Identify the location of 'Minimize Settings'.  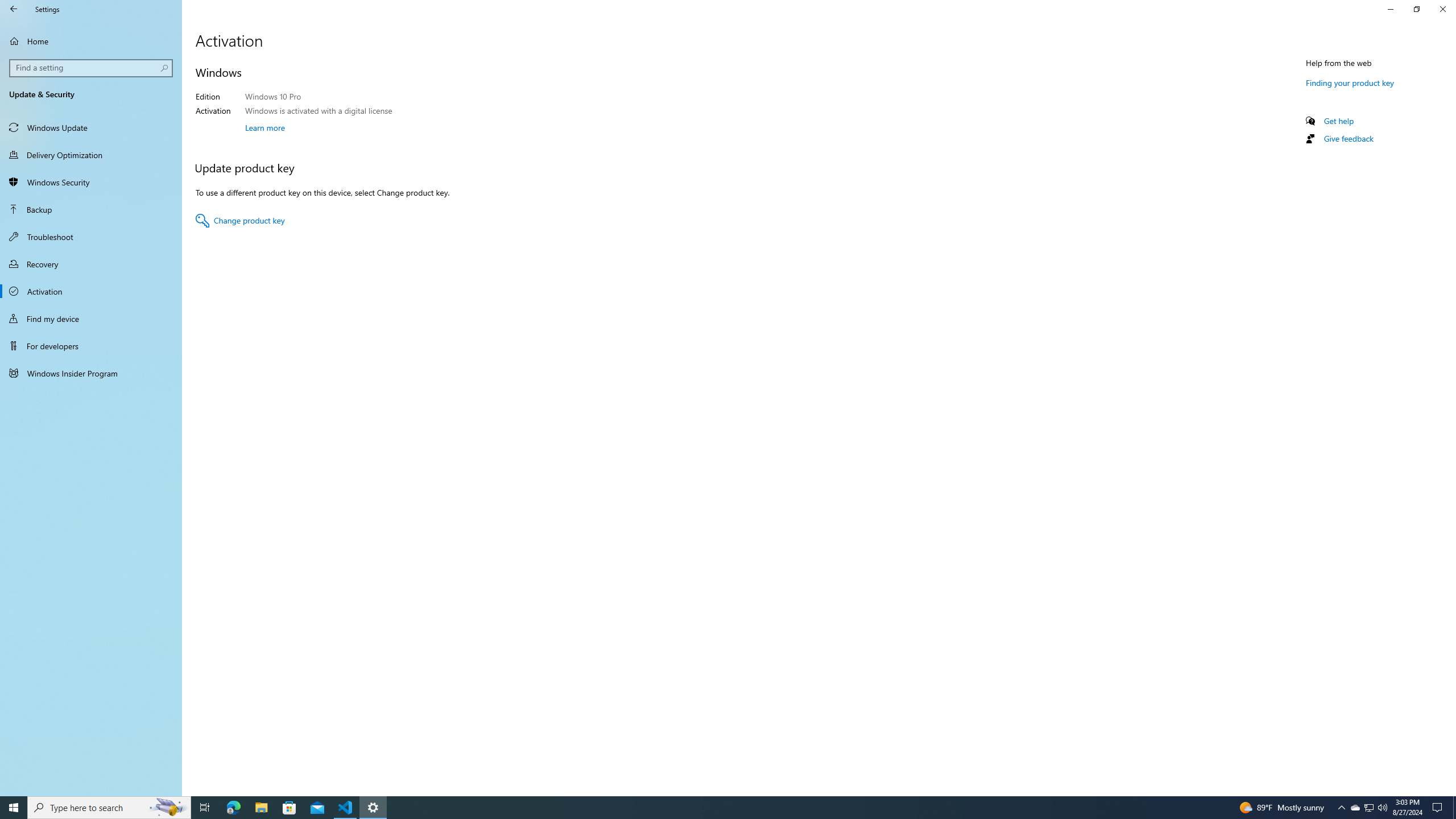
(1389, 9).